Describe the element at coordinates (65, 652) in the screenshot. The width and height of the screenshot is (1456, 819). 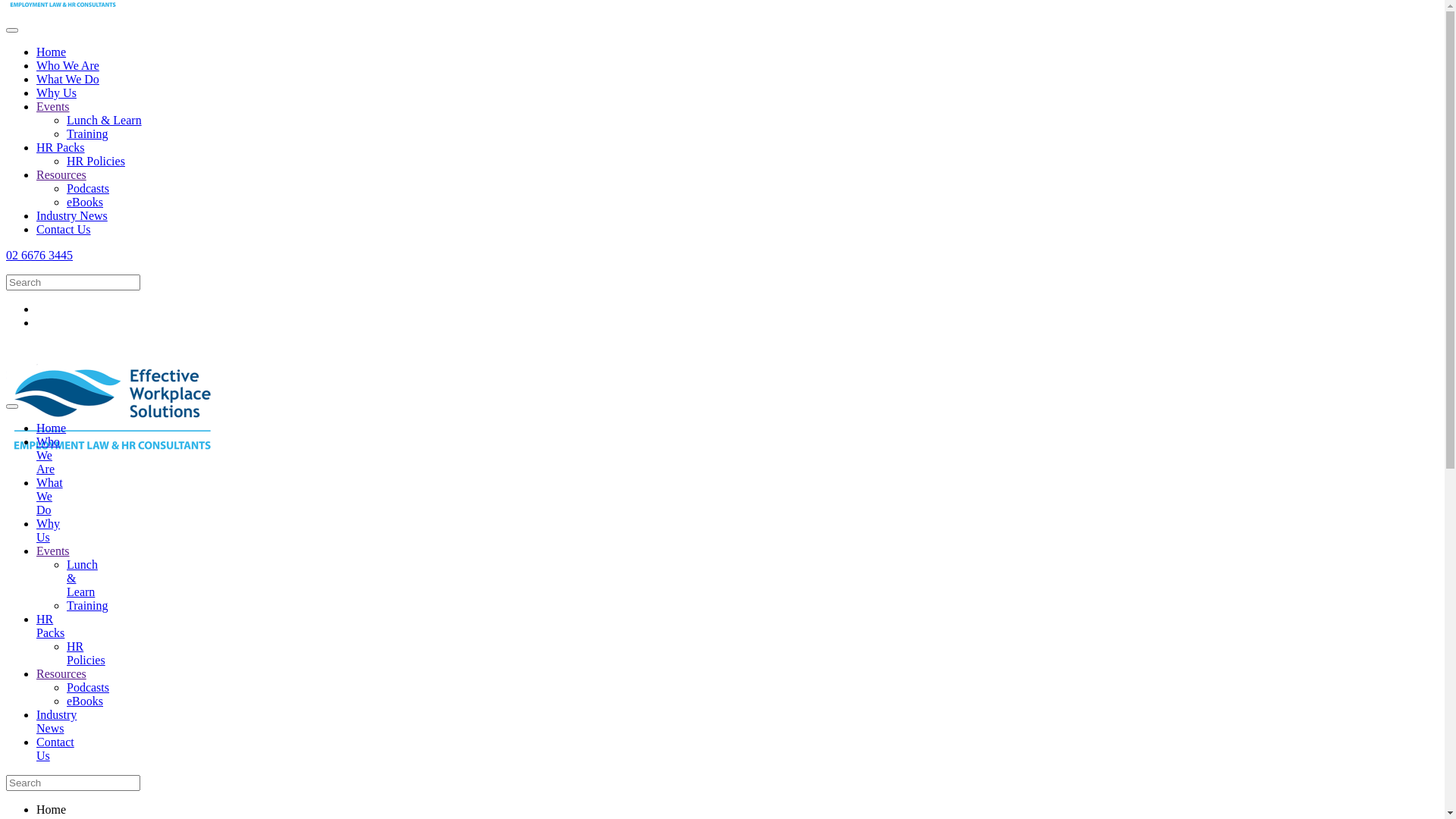
I see `'HR Policies'` at that location.